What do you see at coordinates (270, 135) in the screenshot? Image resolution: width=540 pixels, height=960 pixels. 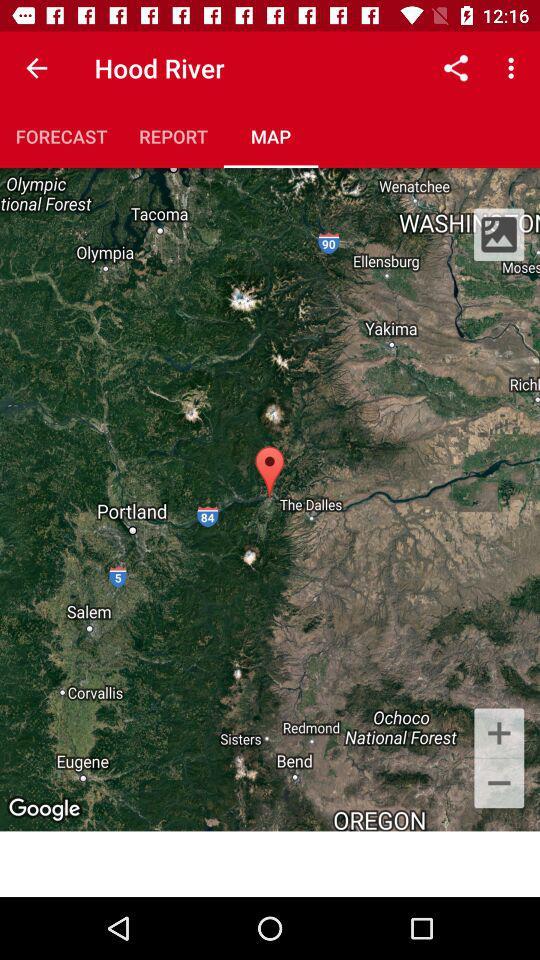 I see `map` at bounding box center [270, 135].